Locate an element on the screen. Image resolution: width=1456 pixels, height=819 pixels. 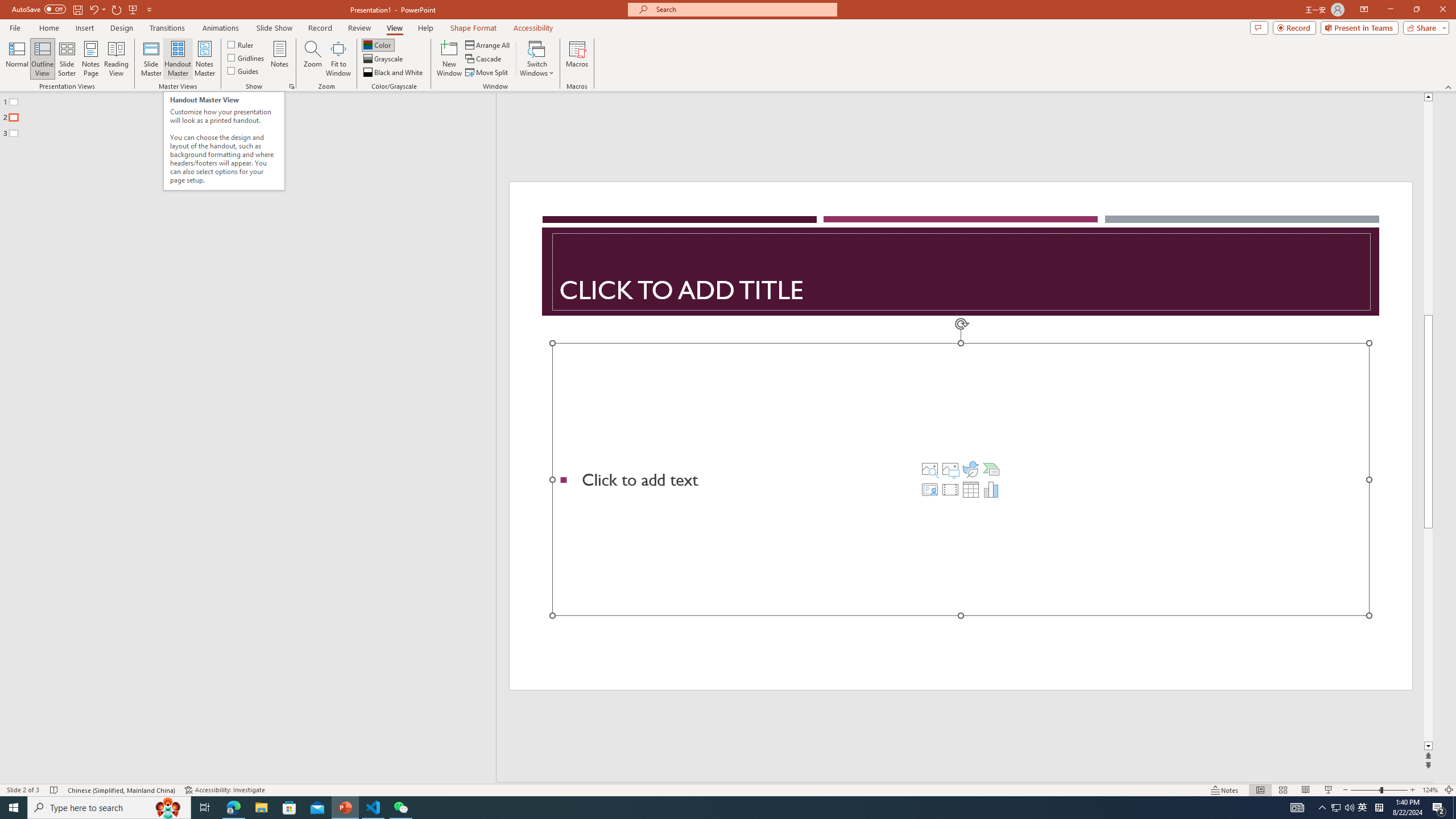
'Black and White' is located at coordinates (394, 72).